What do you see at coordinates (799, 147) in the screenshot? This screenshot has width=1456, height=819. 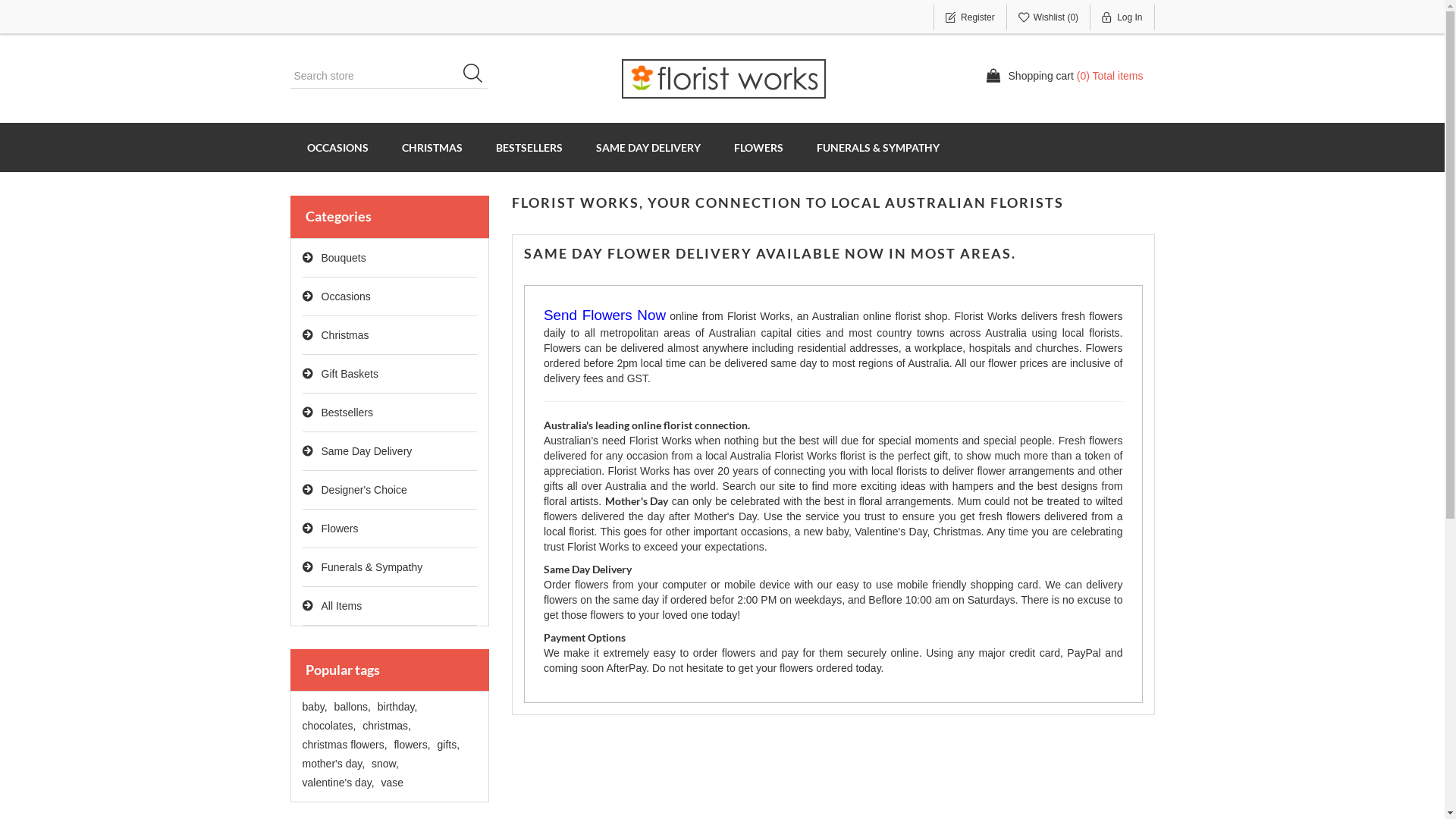 I see `'FUNERALS & SYMPATHY'` at bounding box center [799, 147].